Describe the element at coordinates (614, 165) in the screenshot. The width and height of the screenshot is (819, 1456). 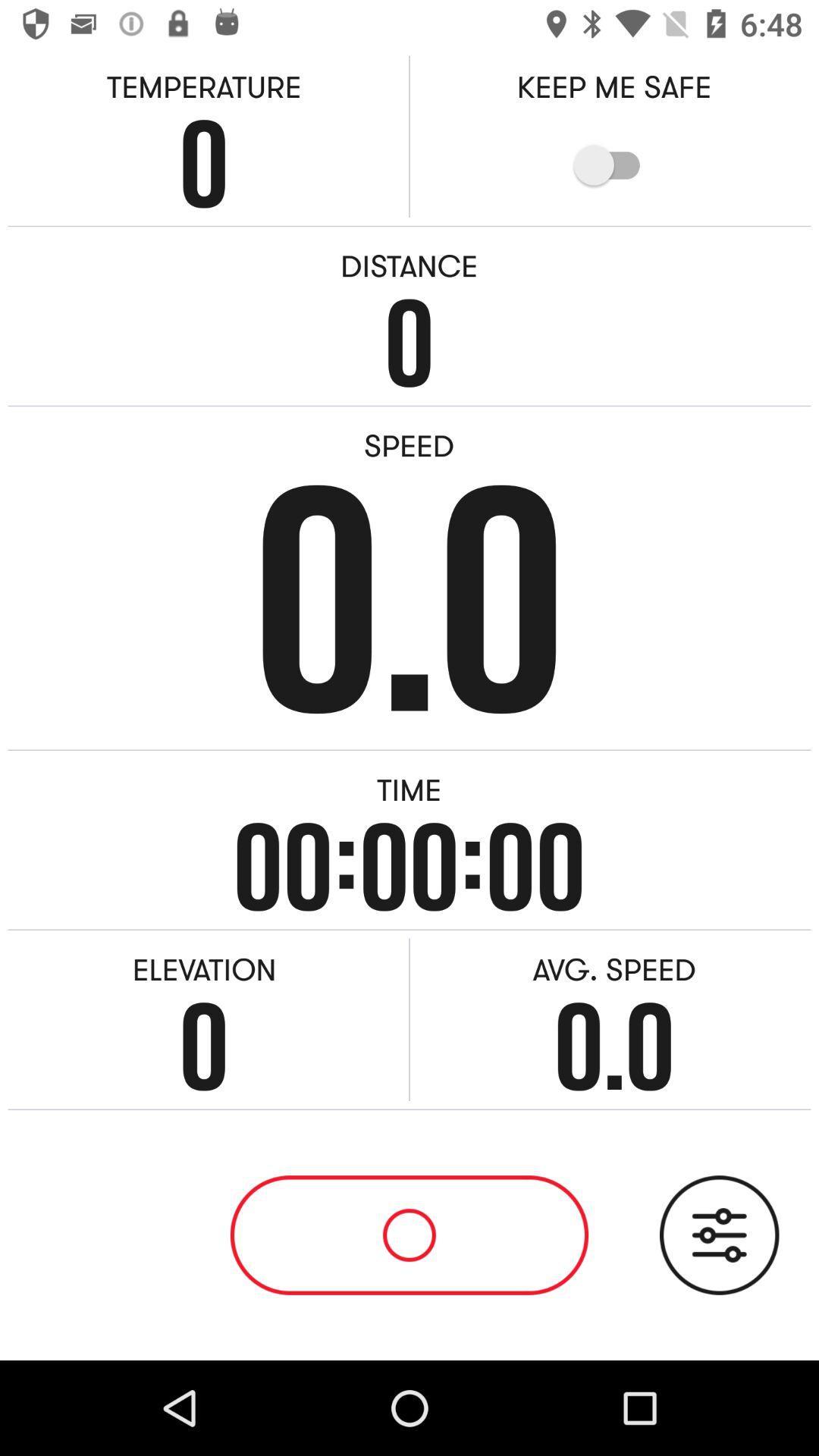
I see `item below the keep me safe item` at that location.